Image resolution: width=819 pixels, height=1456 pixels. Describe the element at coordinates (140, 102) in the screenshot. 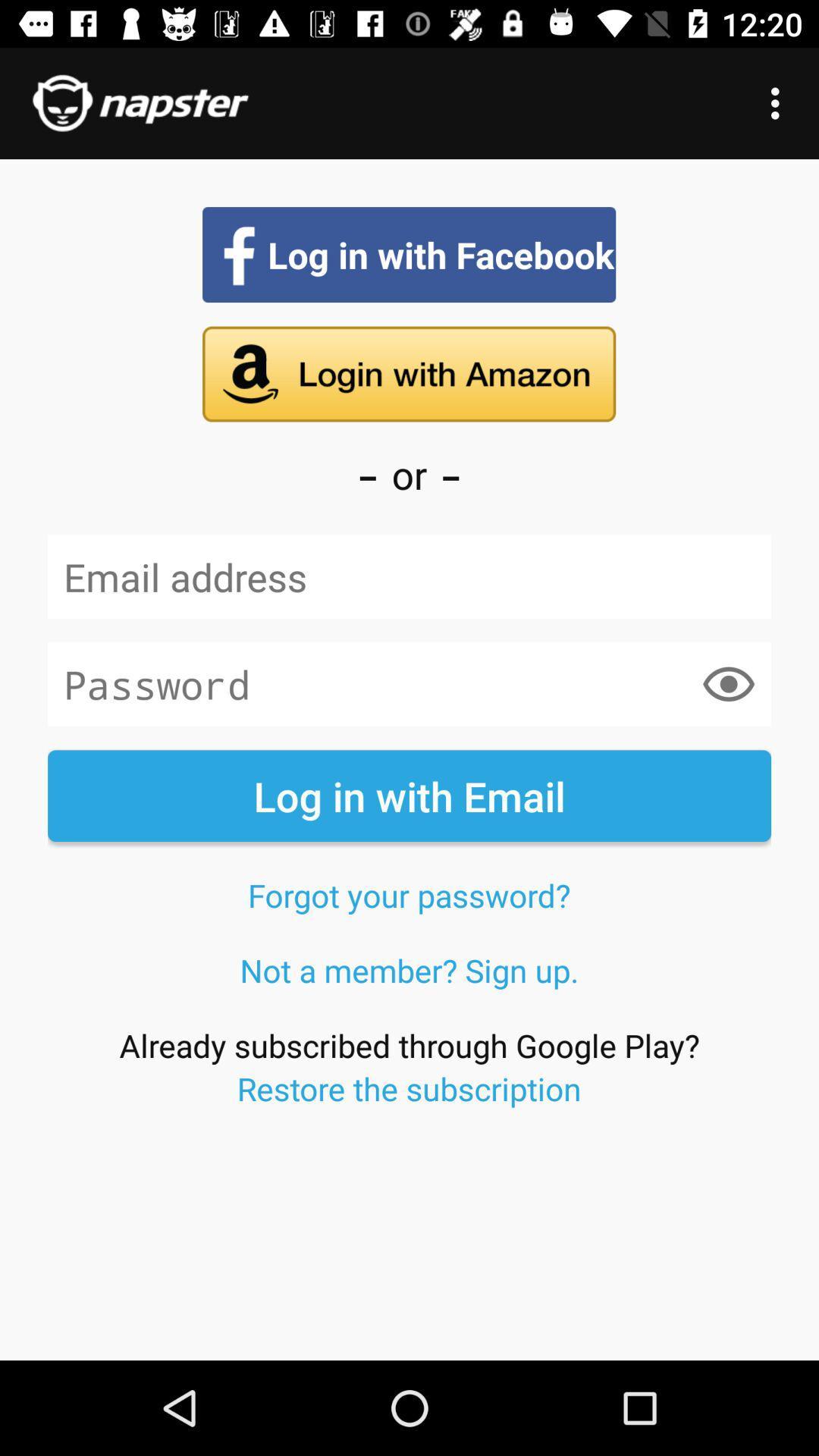

I see `the title of the page at top left corner` at that location.